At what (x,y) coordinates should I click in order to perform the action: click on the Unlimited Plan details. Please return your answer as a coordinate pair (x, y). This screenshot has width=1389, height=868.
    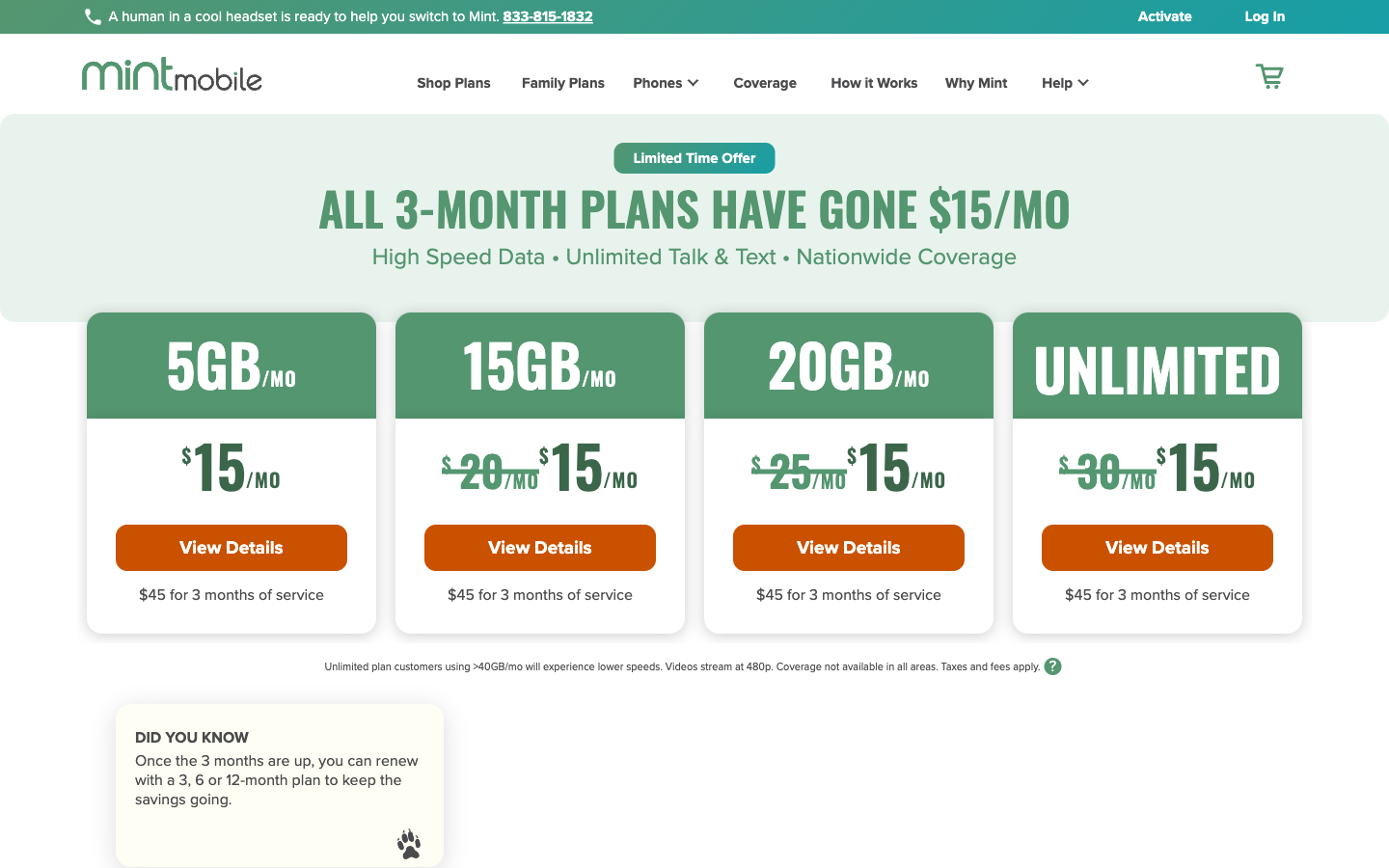
    Looking at the image, I should click on (1157, 547).